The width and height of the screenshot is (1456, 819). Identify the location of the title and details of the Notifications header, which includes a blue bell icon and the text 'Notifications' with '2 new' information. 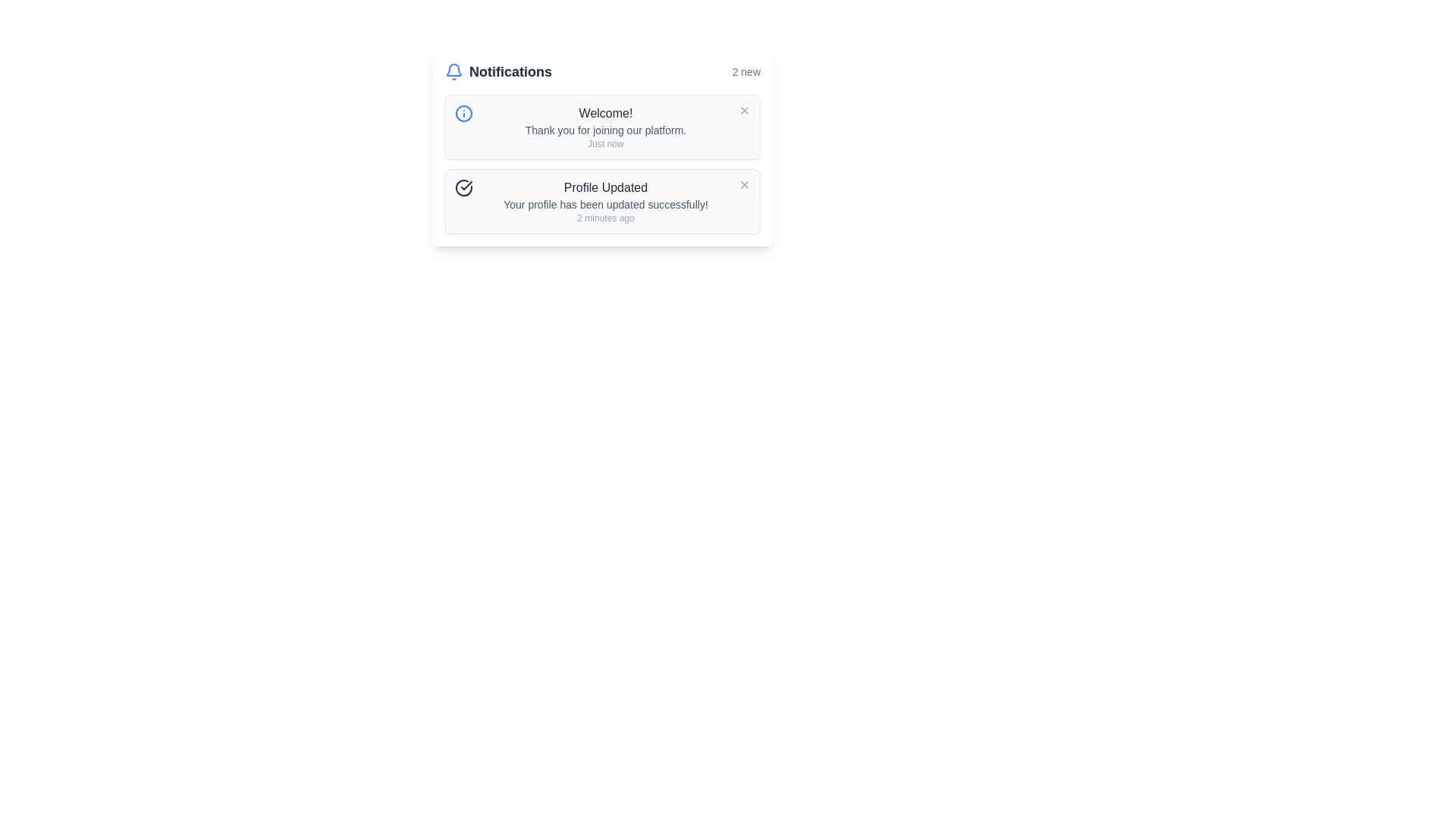
(602, 72).